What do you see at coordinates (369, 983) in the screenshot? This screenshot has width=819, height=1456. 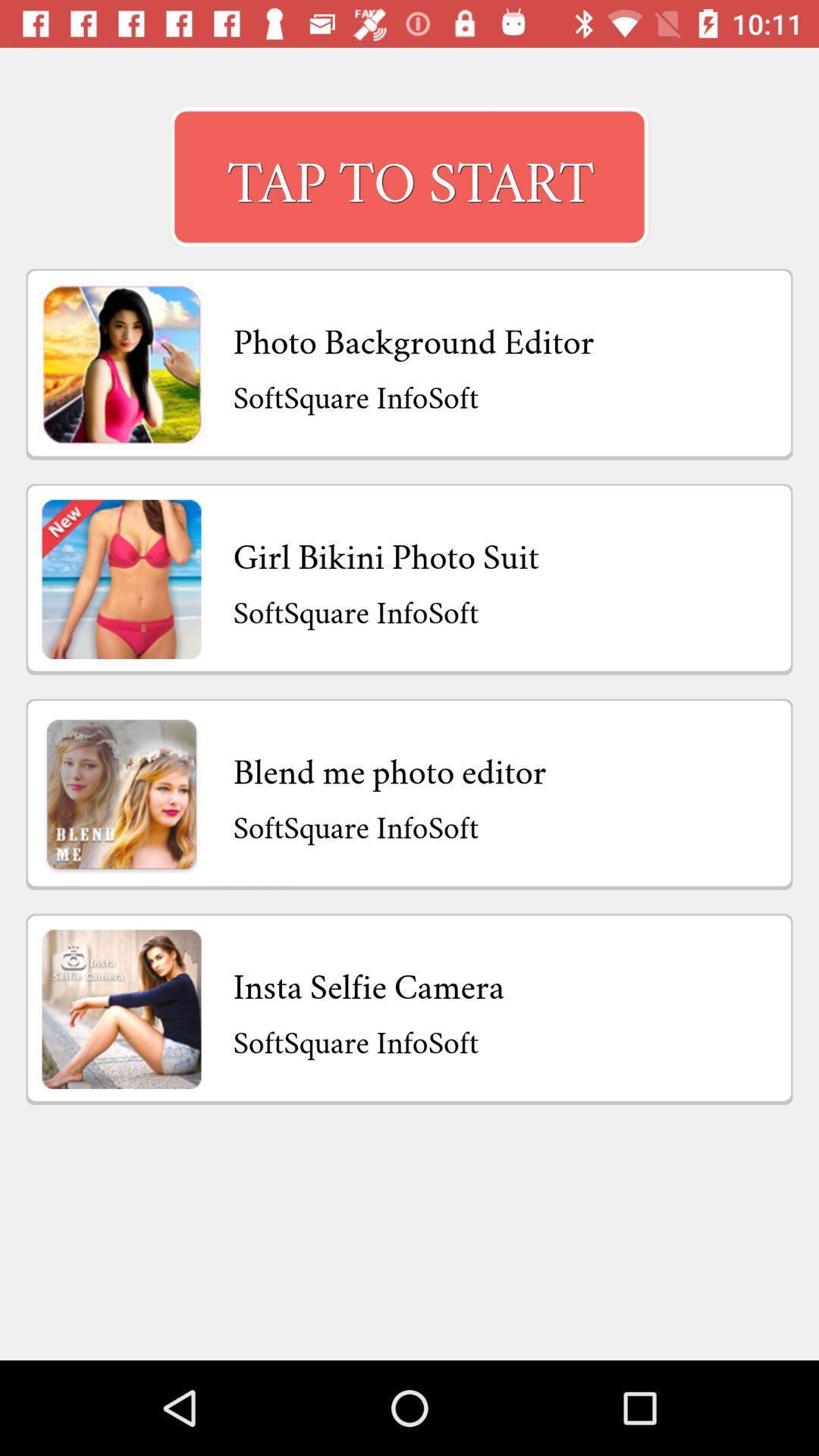 I see `the insta selfie camera item` at bounding box center [369, 983].